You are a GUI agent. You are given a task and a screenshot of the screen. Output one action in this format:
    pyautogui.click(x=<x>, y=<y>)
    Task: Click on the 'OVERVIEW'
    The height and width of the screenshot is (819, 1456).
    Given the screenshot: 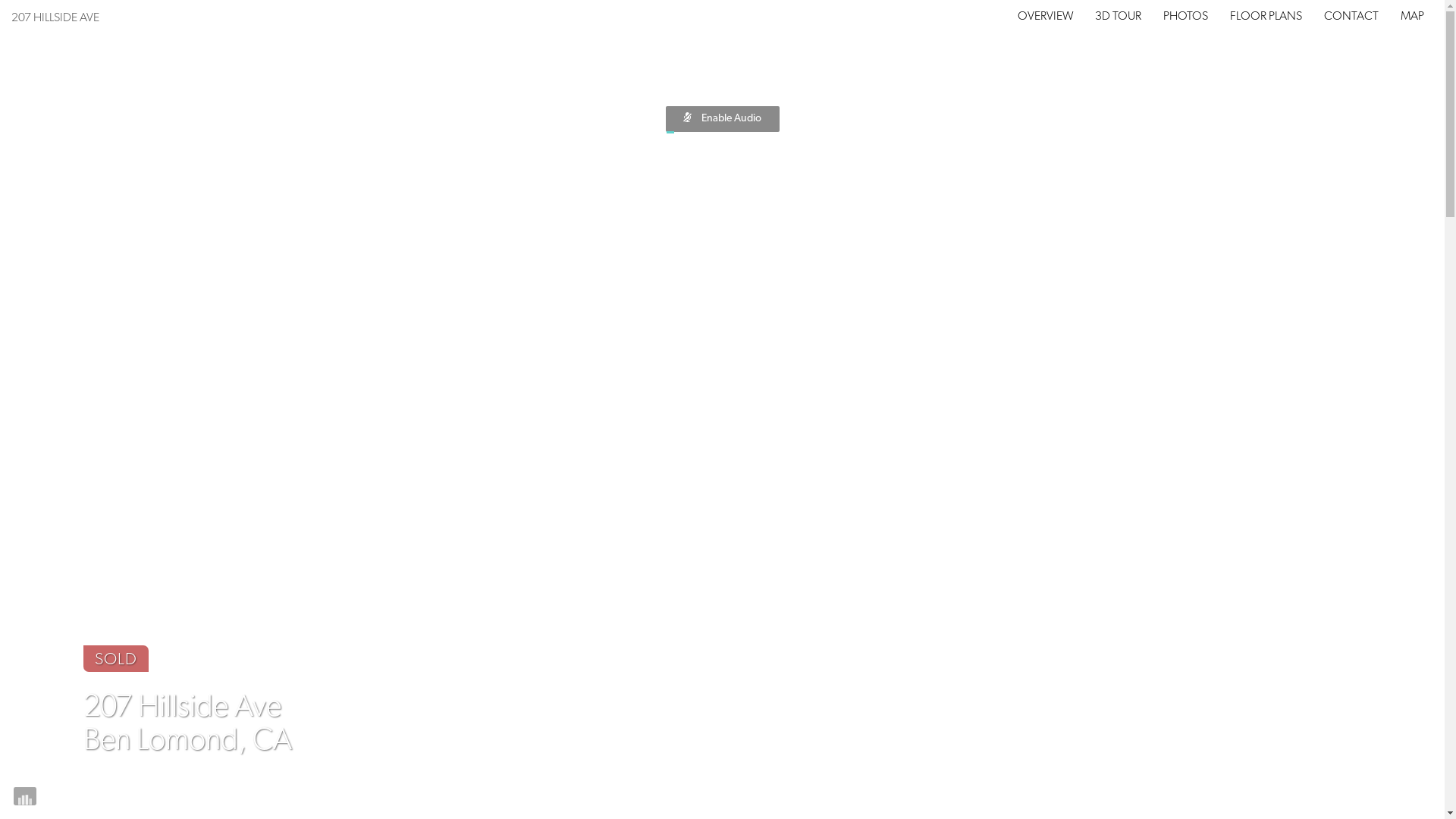 What is the action you would take?
    pyautogui.click(x=1044, y=17)
    